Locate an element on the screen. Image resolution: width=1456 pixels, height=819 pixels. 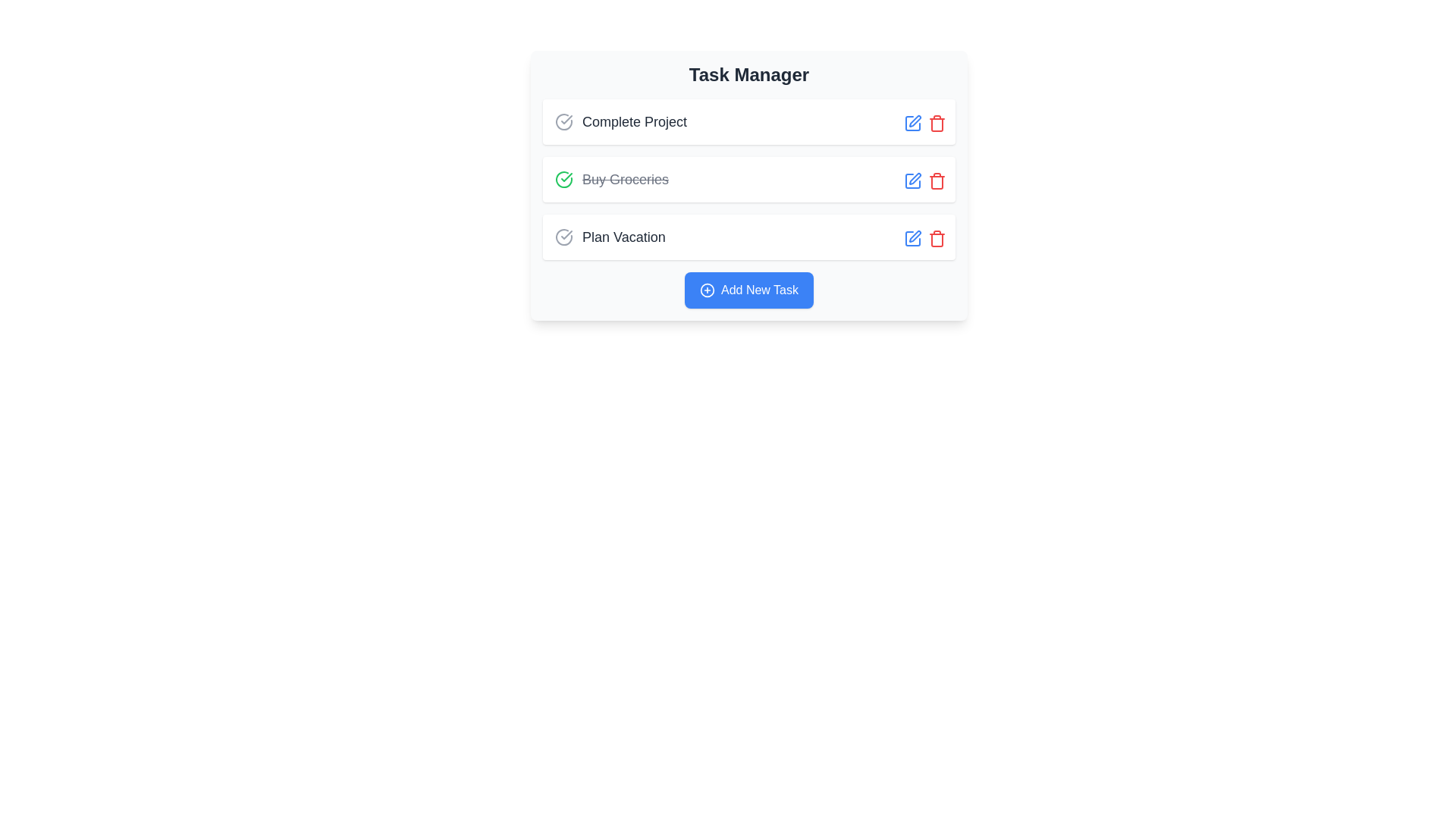
the checkmark graphic inside the circular completion symbol for the 'Buy Groceries' task to mark it as completed is located at coordinates (566, 177).